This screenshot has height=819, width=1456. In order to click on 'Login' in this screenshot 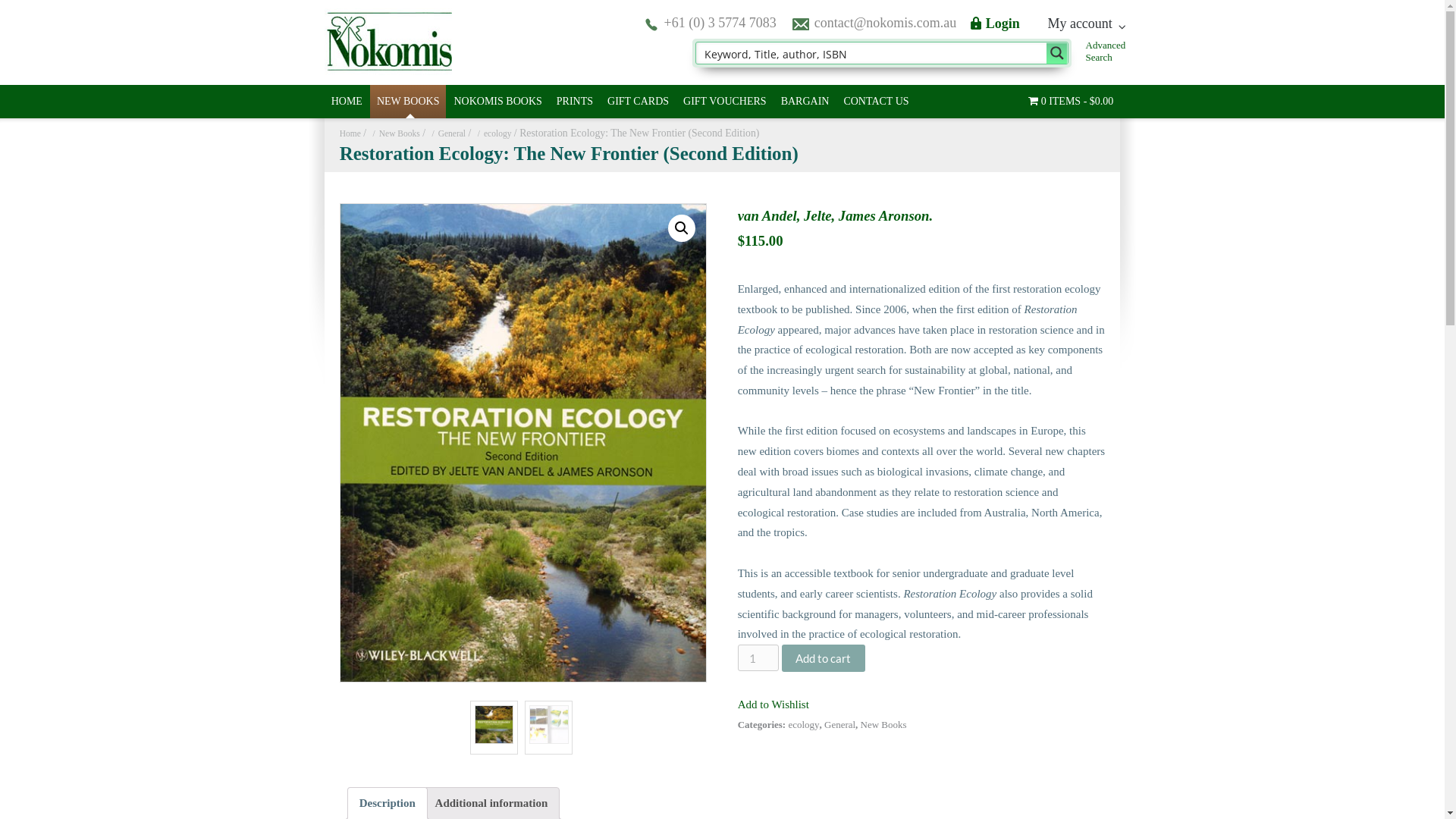, I will do `click(994, 24)`.